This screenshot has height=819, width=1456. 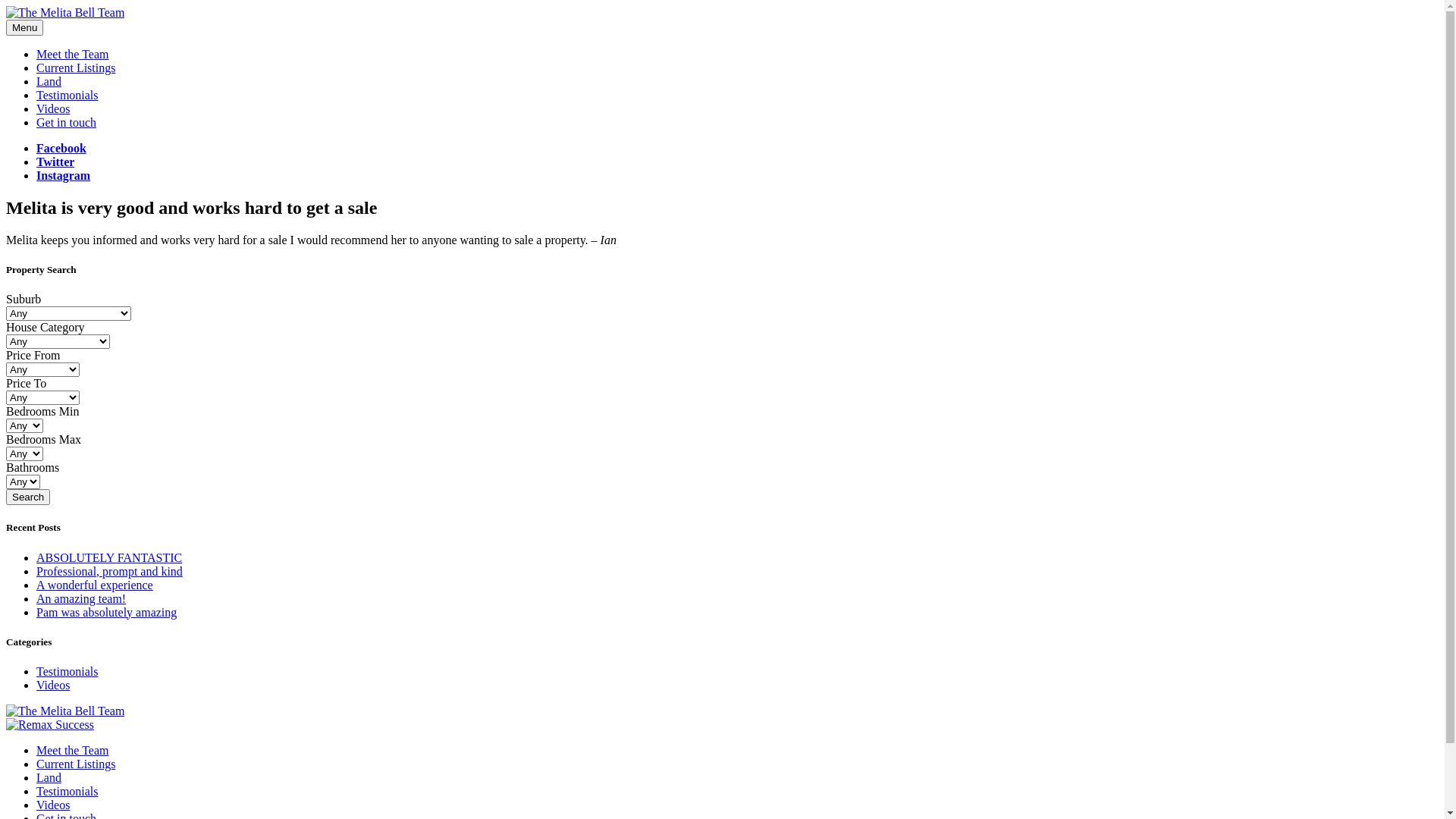 I want to click on 'Videos', so click(x=53, y=108).